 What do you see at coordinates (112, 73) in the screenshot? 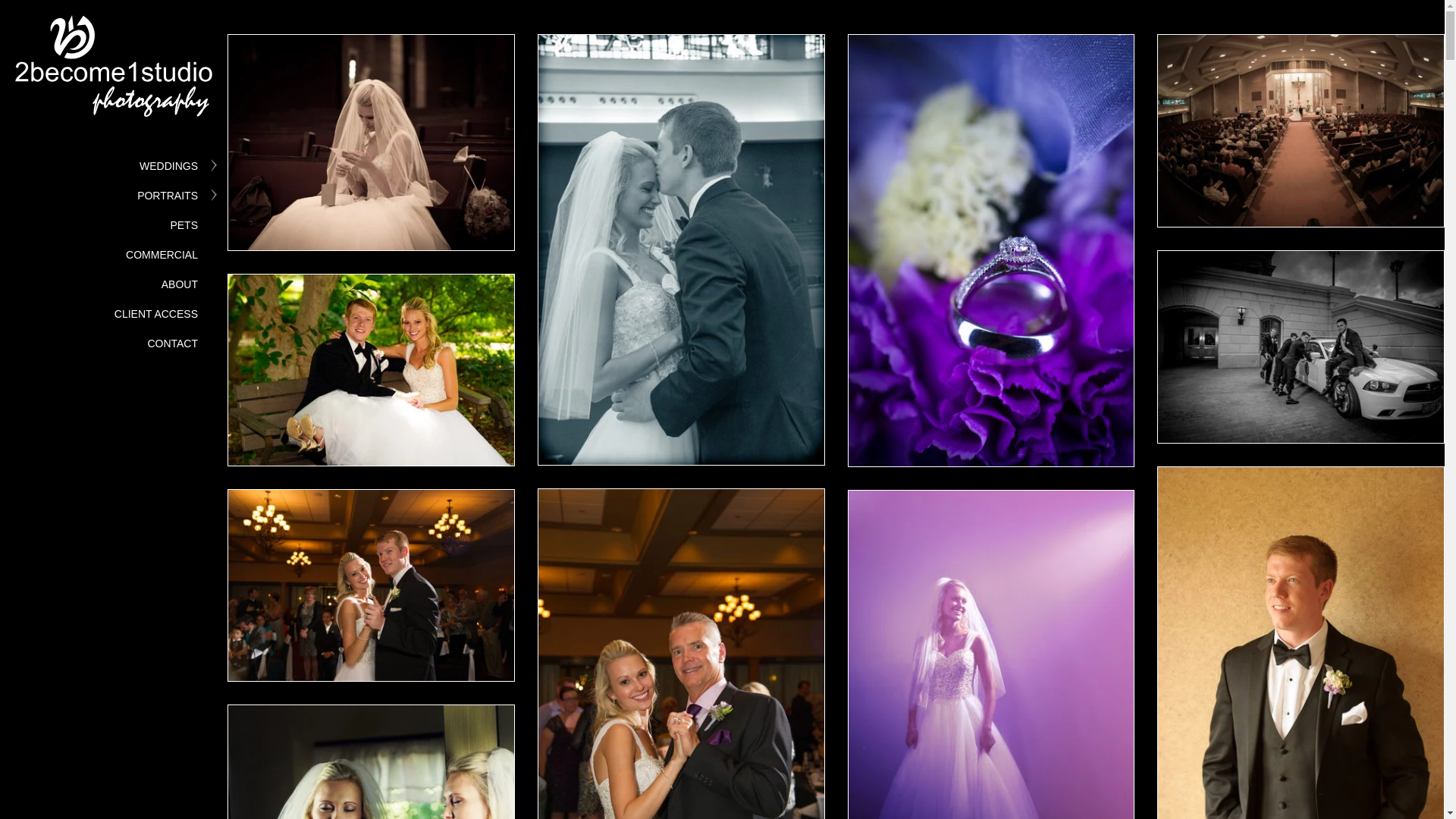
I see `'2become1studio'` at bounding box center [112, 73].